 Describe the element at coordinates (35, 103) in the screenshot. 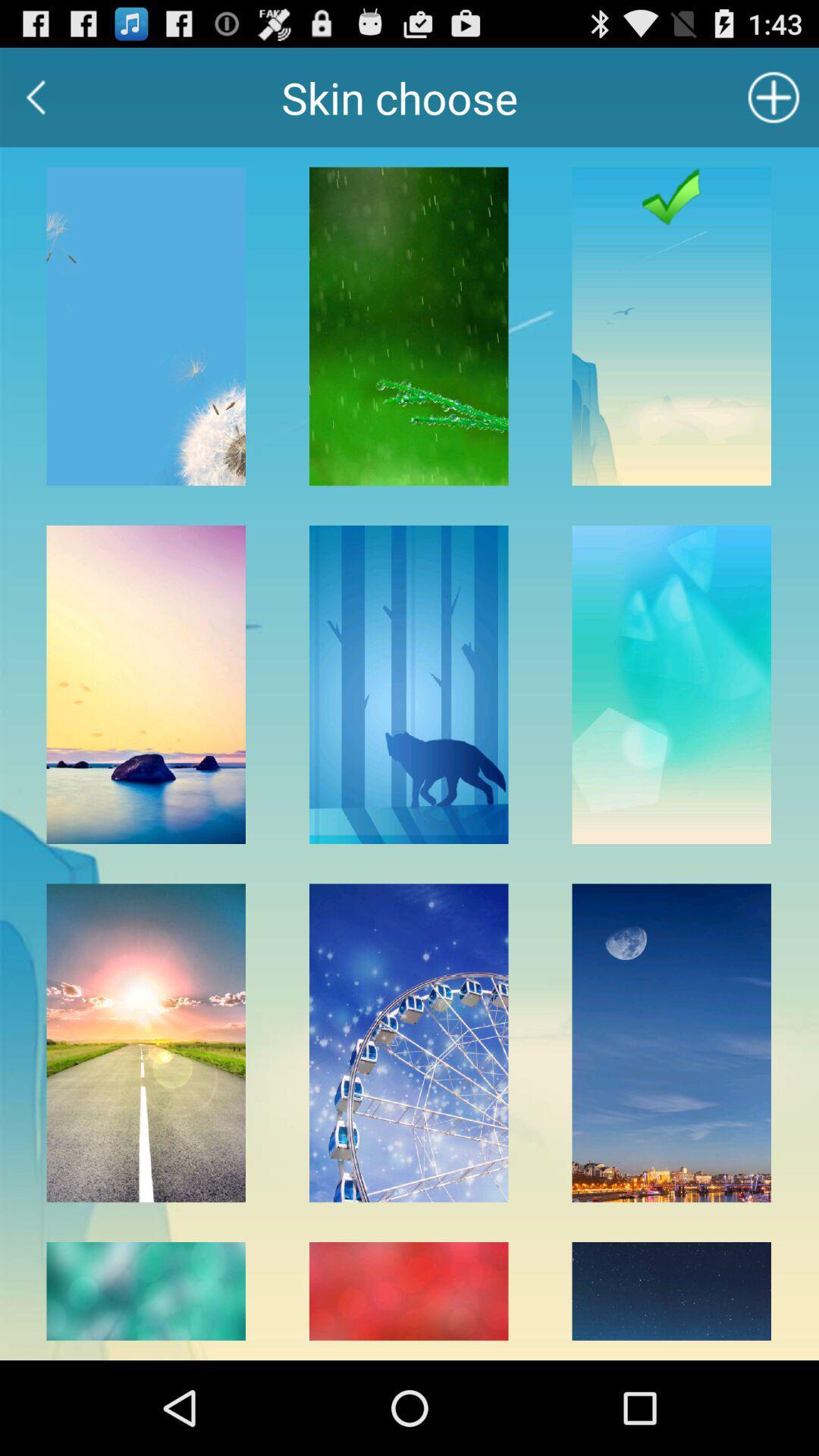

I see `the arrow_backward icon` at that location.